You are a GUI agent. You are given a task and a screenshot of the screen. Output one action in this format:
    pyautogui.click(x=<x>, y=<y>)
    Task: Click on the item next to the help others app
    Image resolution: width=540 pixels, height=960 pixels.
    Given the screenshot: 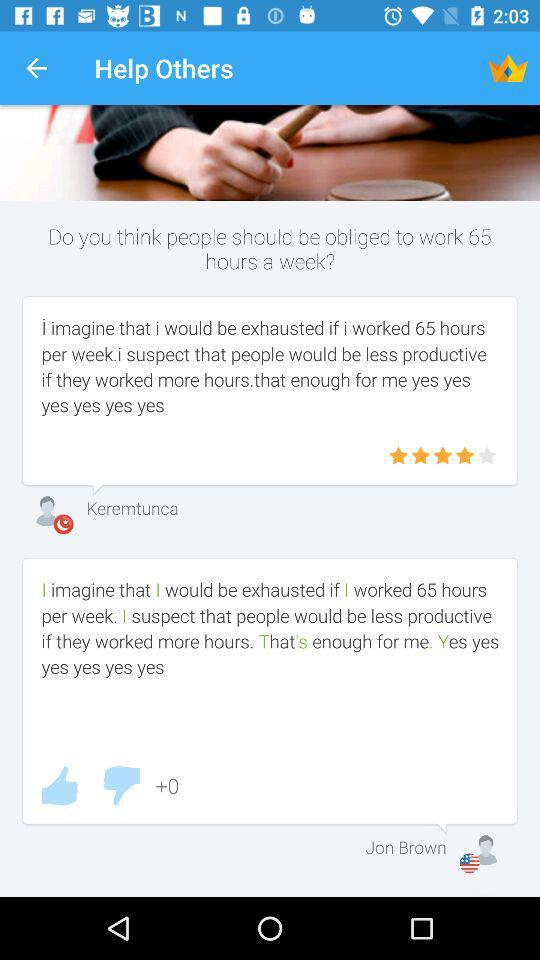 What is the action you would take?
    pyautogui.click(x=508, y=68)
    